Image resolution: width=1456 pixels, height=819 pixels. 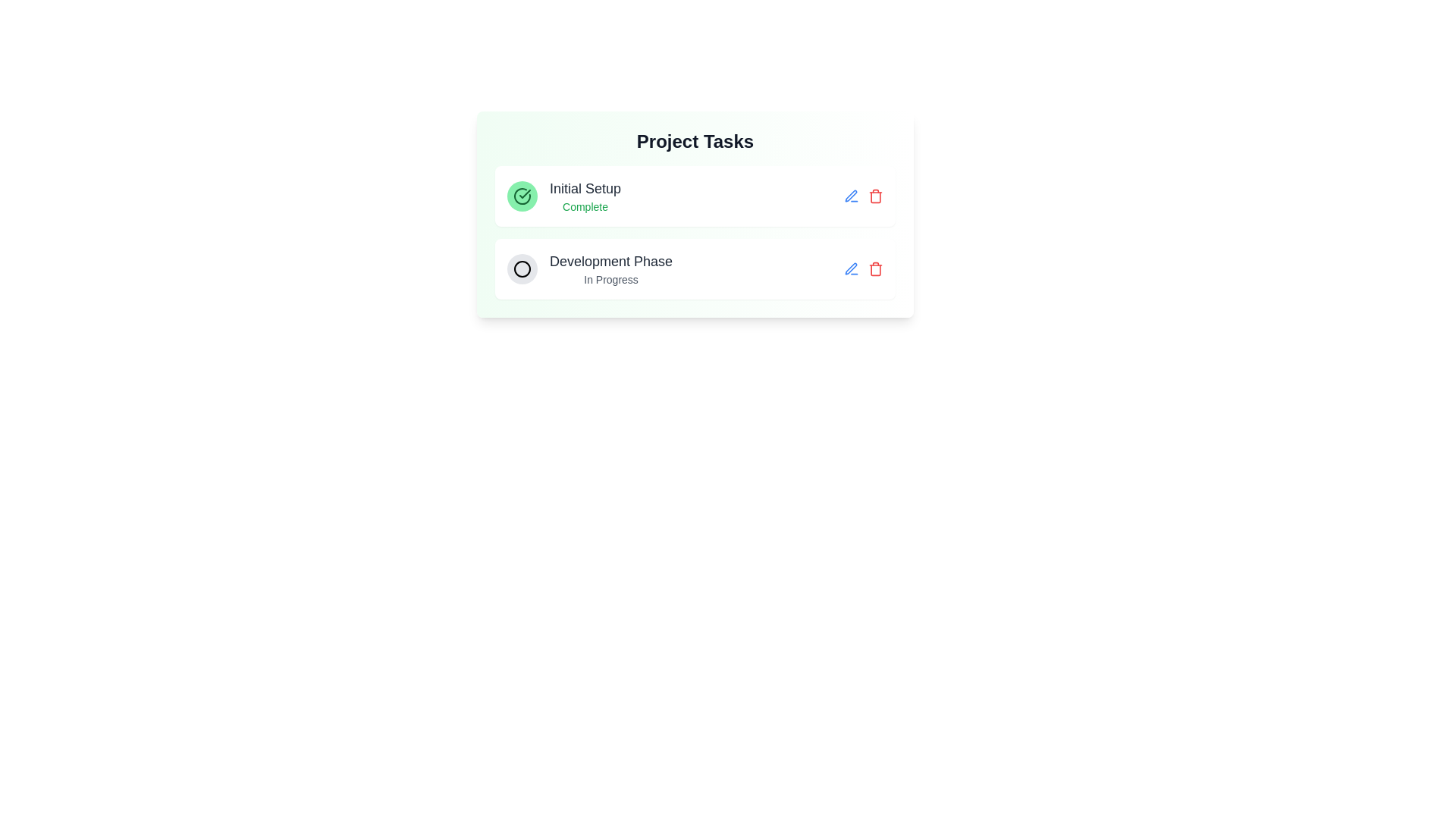 I want to click on displayed status of the Task Indicator indicating the progress of the 'Initial Setup' task, which is the first item in the vertical task list under 'Project Tasks', so click(x=563, y=195).